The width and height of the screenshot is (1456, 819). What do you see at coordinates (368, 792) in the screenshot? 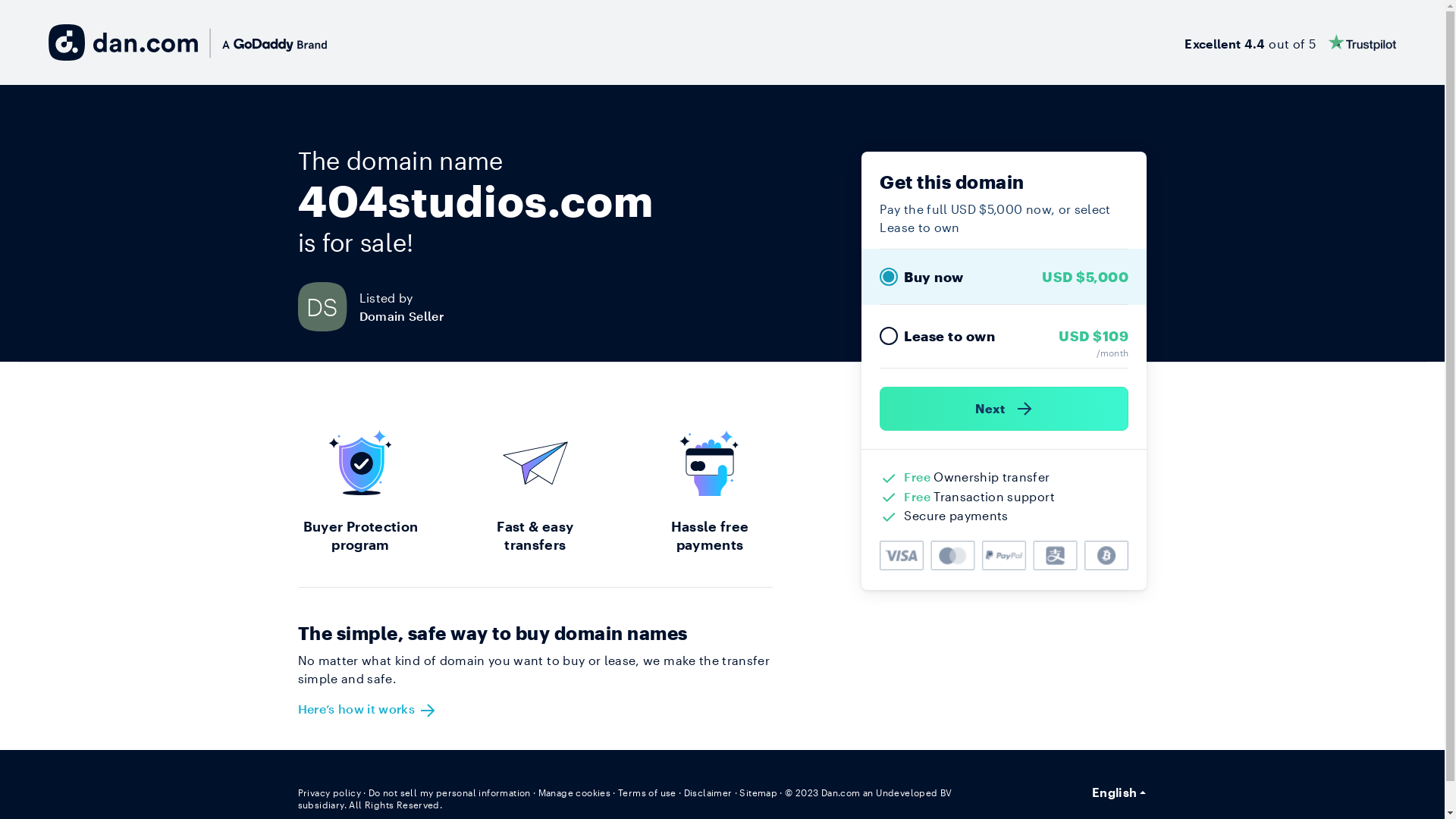
I see `'Do not sell my personal information'` at bounding box center [368, 792].